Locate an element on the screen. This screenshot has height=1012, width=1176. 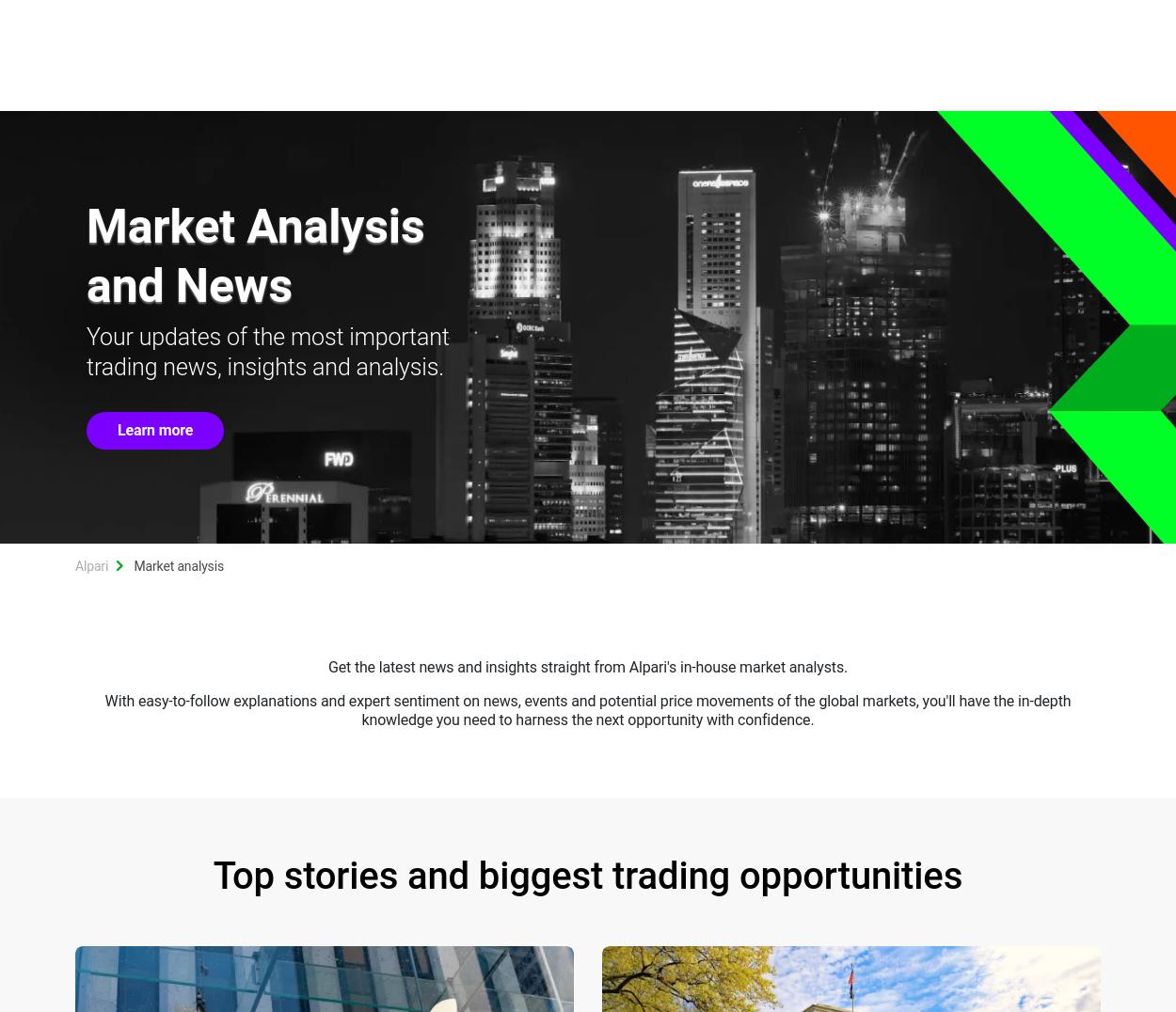
'OPEN ACCOUNT' is located at coordinates (928, 21).